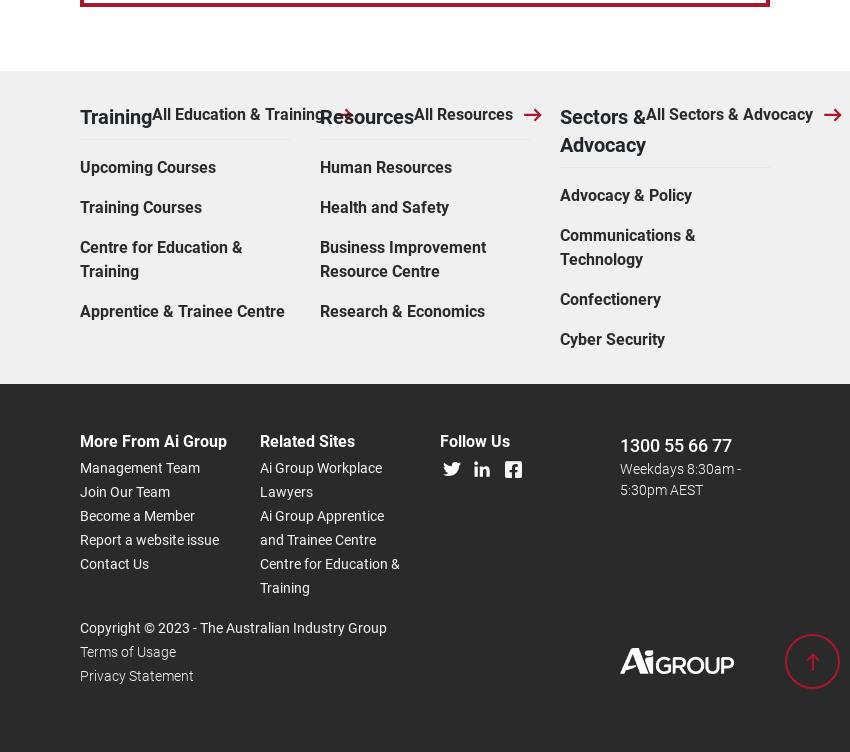  Describe the element at coordinates (137, 452) in the screenshot. I see `'Privacy Statement'` at that location.